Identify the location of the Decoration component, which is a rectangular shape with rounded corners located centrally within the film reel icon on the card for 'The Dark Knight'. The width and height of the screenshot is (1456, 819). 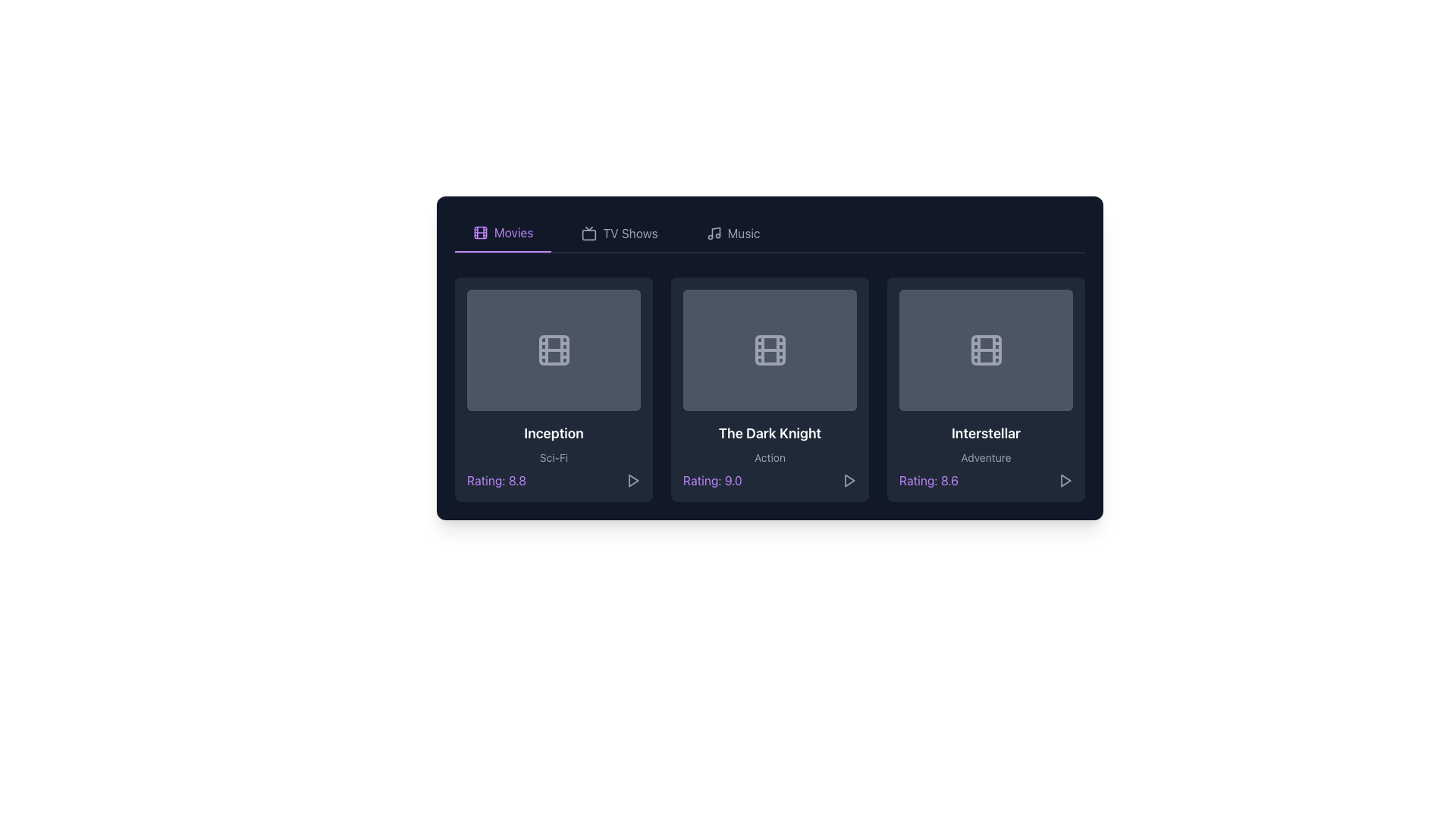
(770, 350).